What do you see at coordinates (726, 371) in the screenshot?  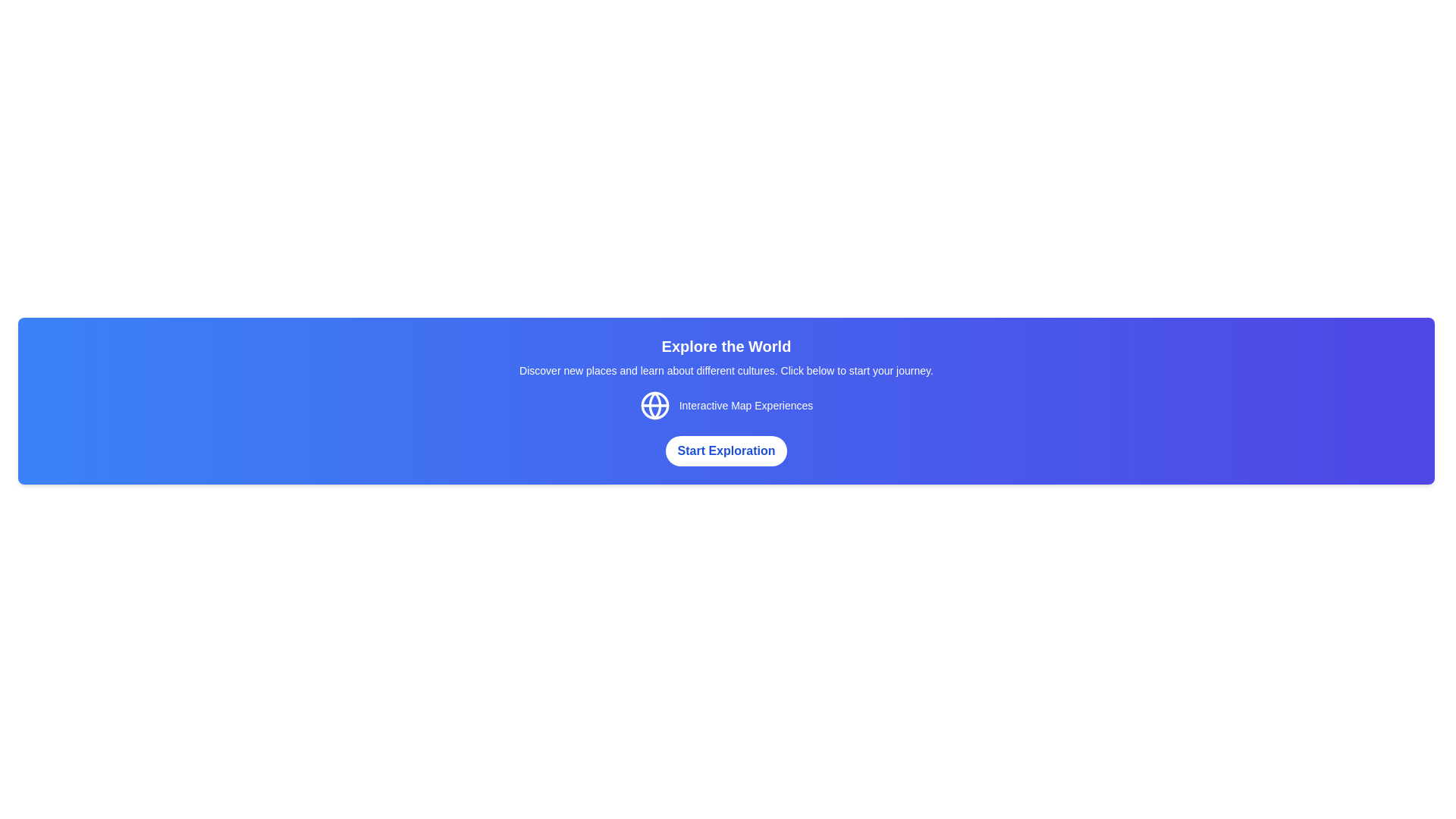 I see `the text display that reads 'Discover new places and learn about different cultures.' which is centrally aligned in a rounded rectangular section on a gradient blue background, located below the title 'Explore the World'` at bounding box center [726, 371].